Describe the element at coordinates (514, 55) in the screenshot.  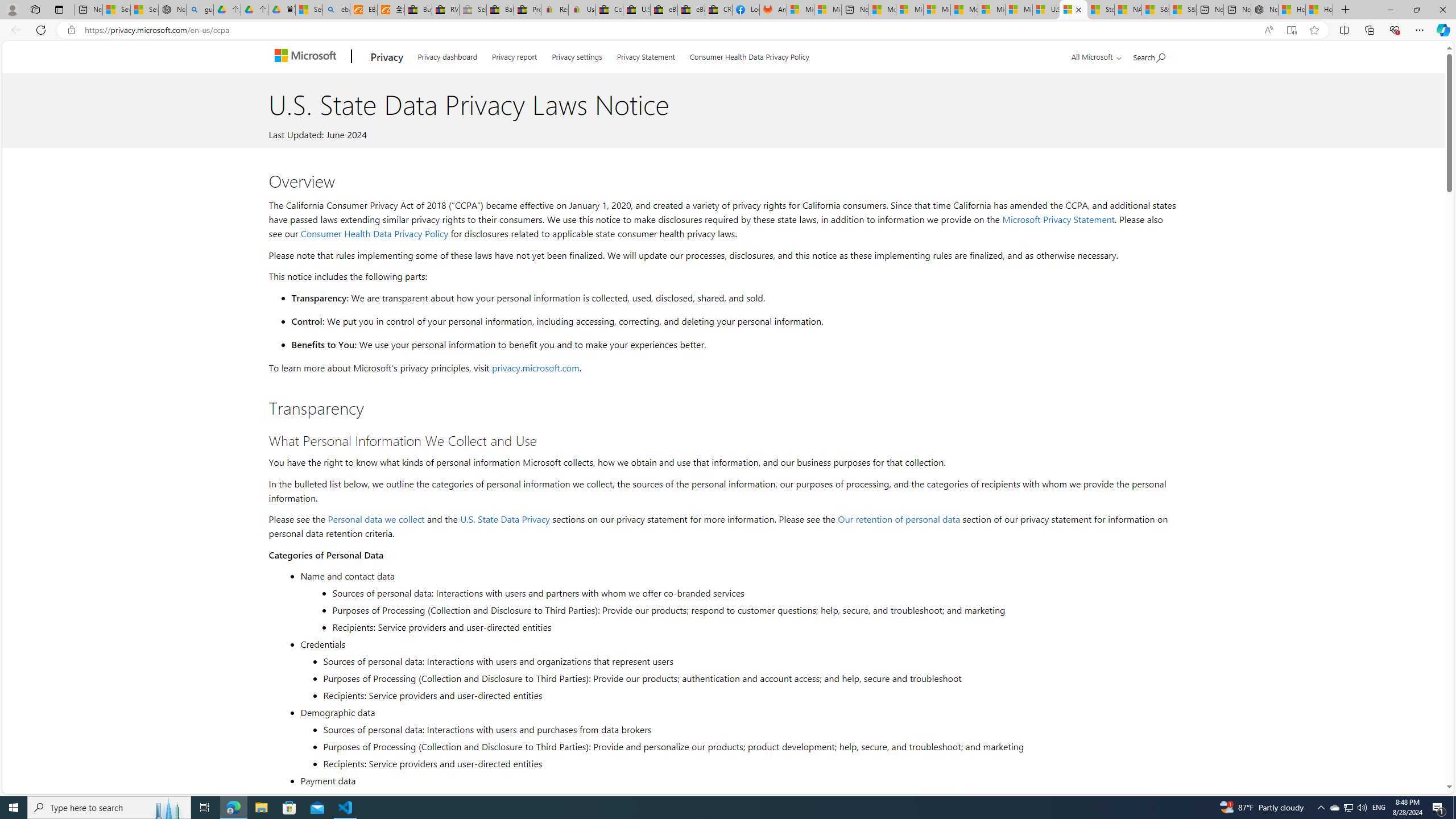
I see `'Privacy report'` at that location.